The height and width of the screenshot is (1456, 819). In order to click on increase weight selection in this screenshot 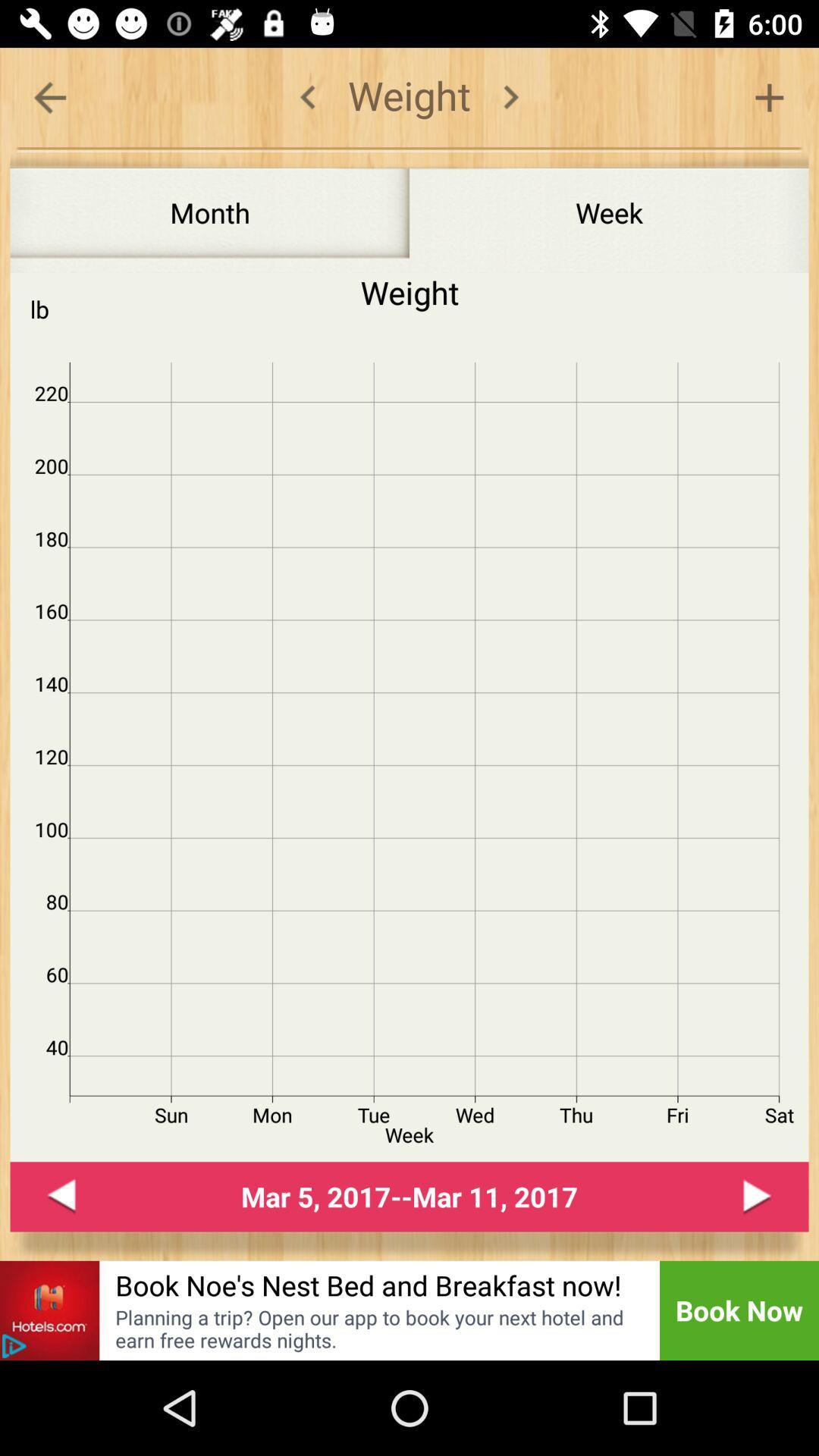, I will do `click(769, 96)`.